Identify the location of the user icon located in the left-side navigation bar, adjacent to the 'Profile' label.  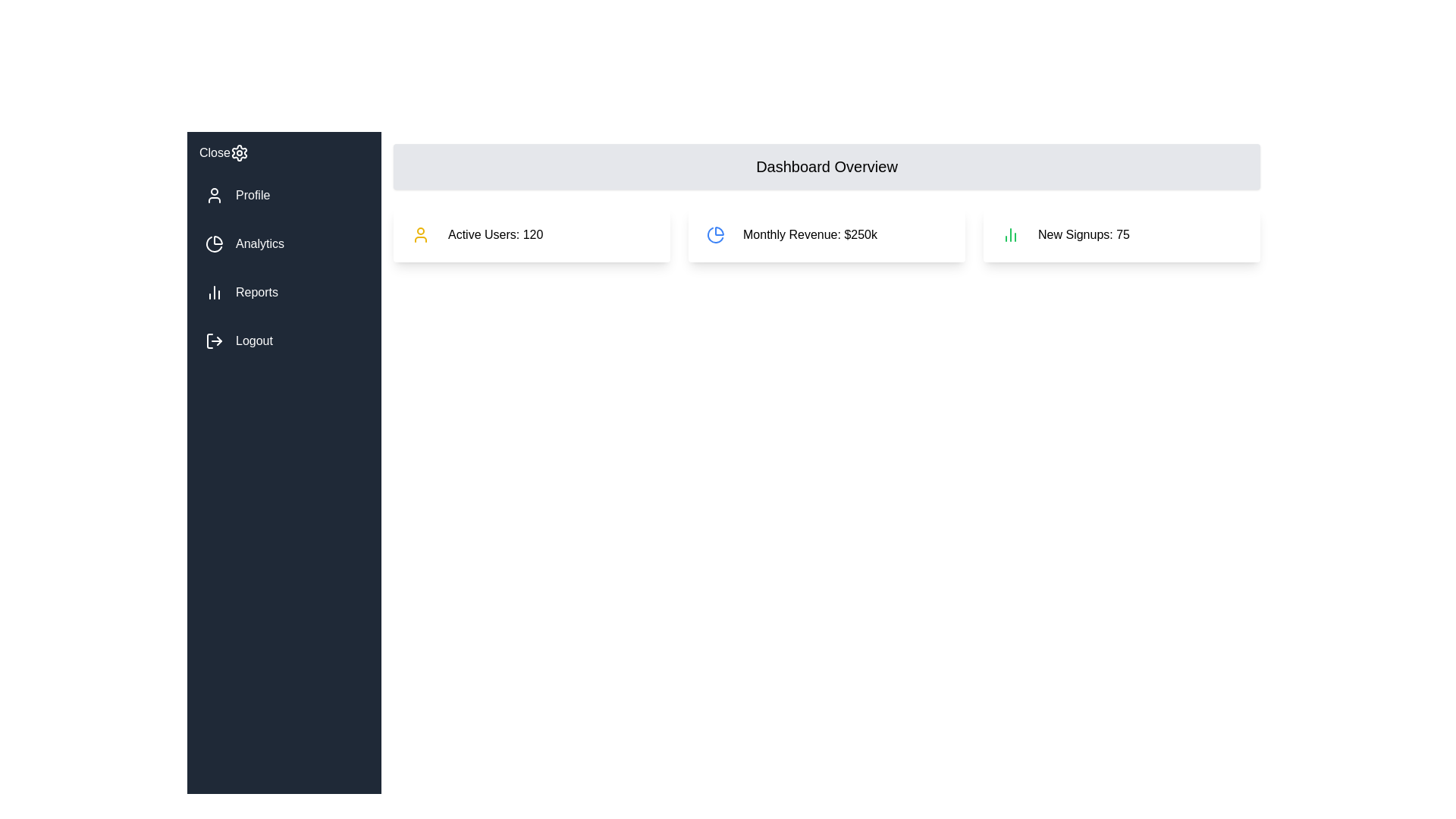
(214, 195).